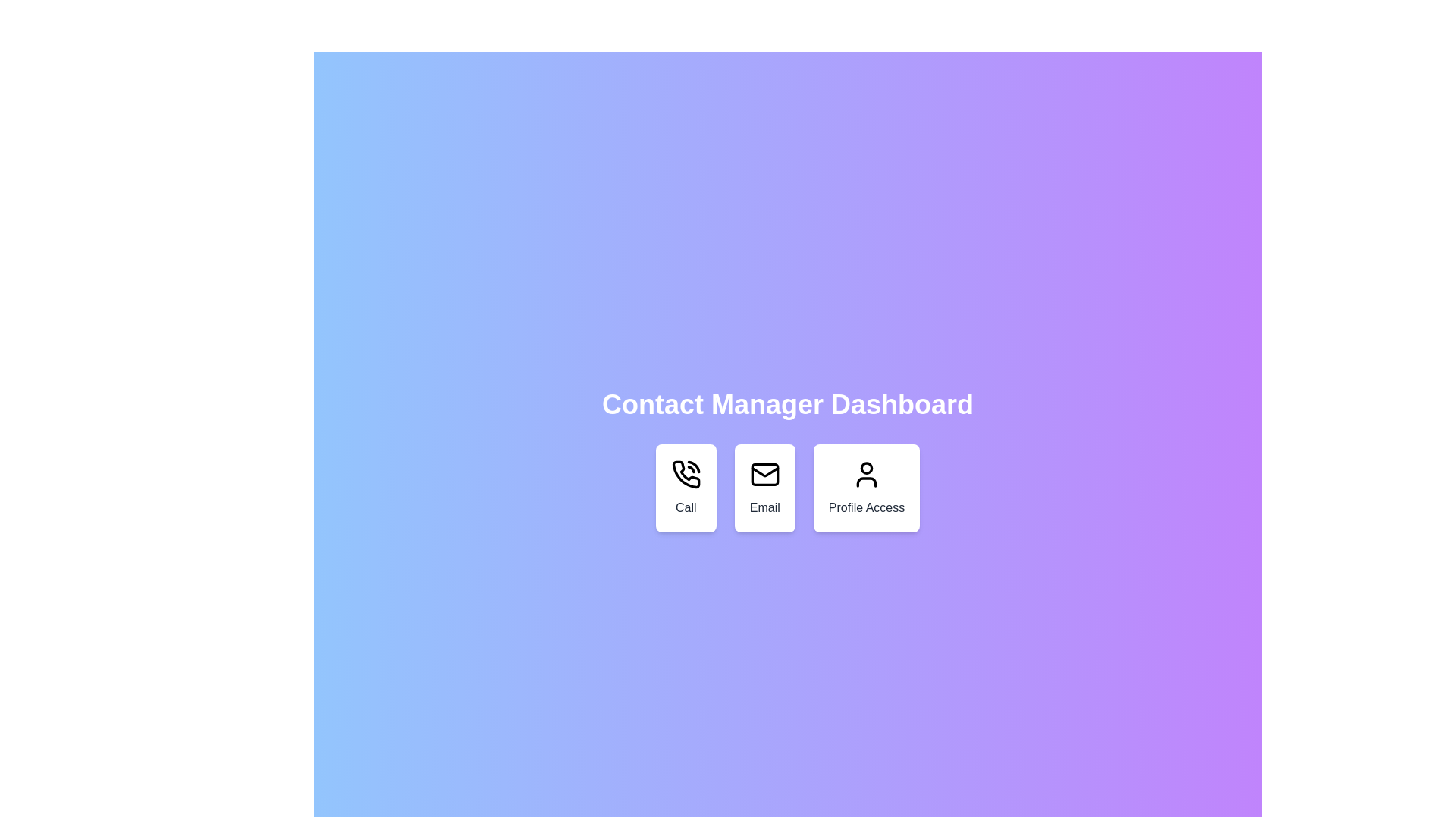 This screenshot has width=1456, height=819. I want to click on the 'Call' button, which is a rectangular button with a white background, rounded corners, and a phone receiver icon on the left side of the text 'Call', so click(685, 488).